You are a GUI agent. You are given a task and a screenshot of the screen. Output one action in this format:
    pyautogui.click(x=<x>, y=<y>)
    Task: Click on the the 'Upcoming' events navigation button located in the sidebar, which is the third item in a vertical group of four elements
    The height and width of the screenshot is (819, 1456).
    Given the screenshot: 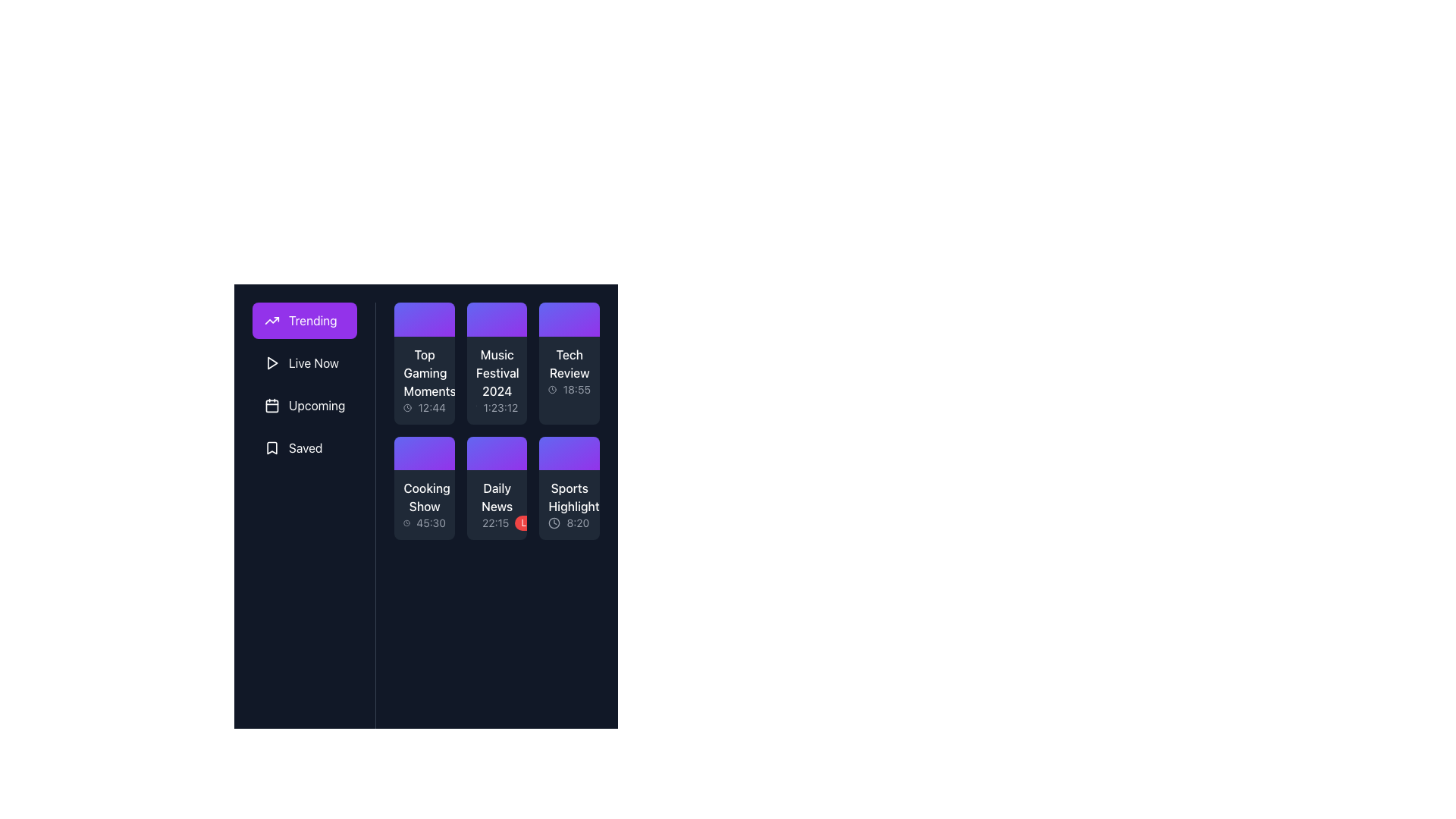 What is the action you would take?
    pyautogui.click(x=304, y=405)
    